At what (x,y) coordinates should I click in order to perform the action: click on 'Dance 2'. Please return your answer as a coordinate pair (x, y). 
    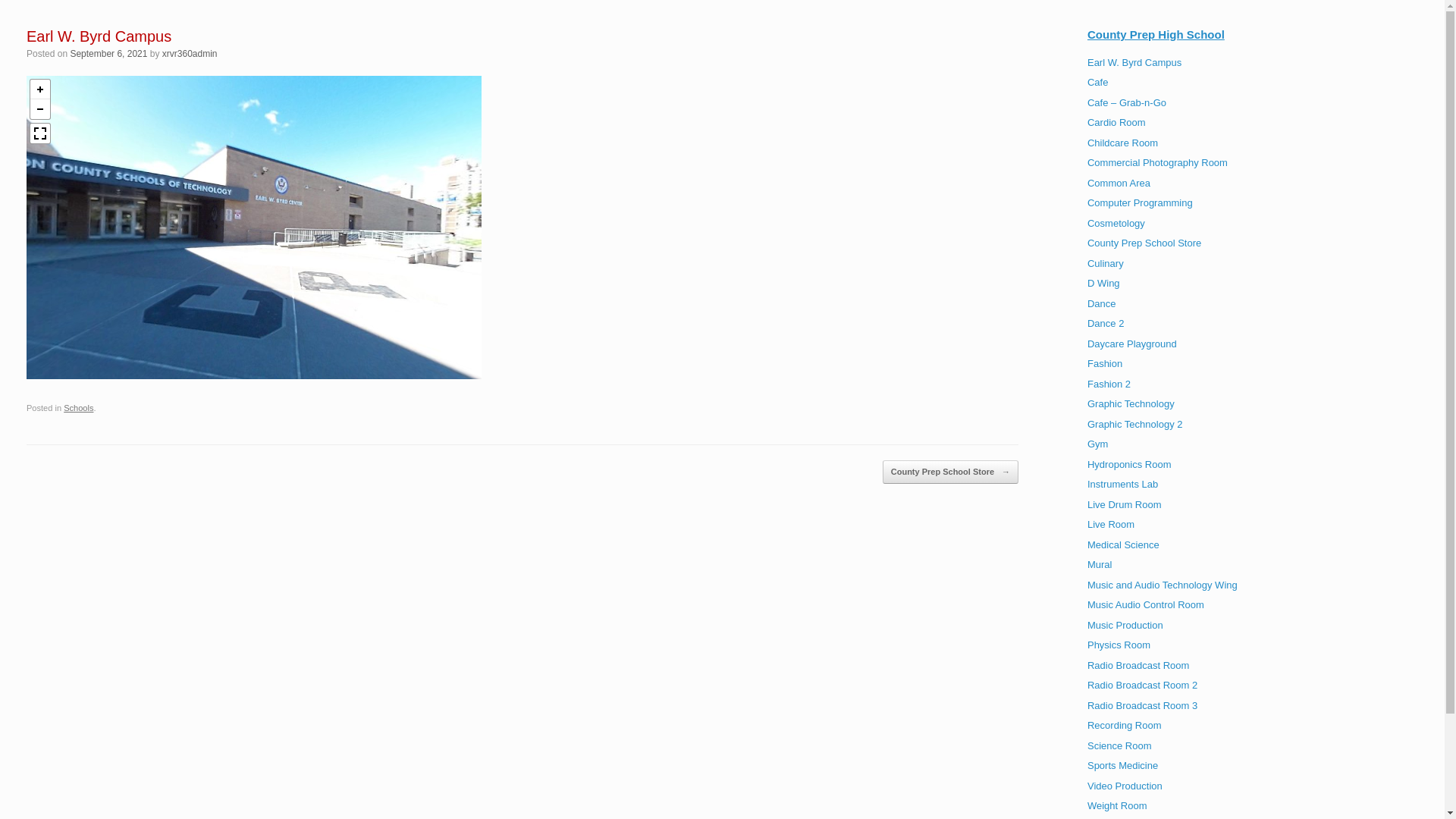
    Looking at the image, I should click on (1106, 322).